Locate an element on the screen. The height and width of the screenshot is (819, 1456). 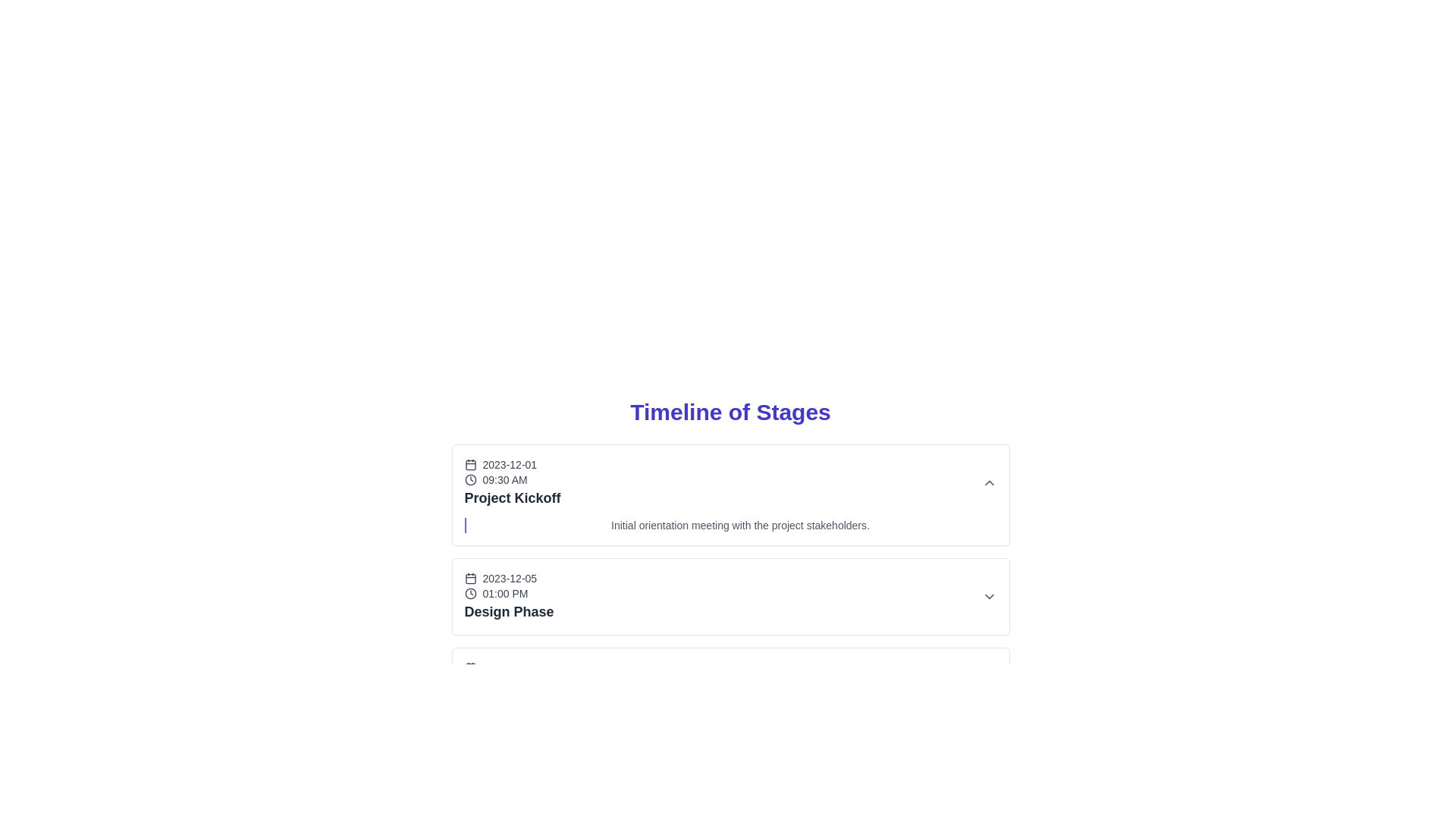
the clock icon located to the left of the '01:00 PM' timeline entry, which visually indicates the time associated with this entry is located at coordinates (469, 593).